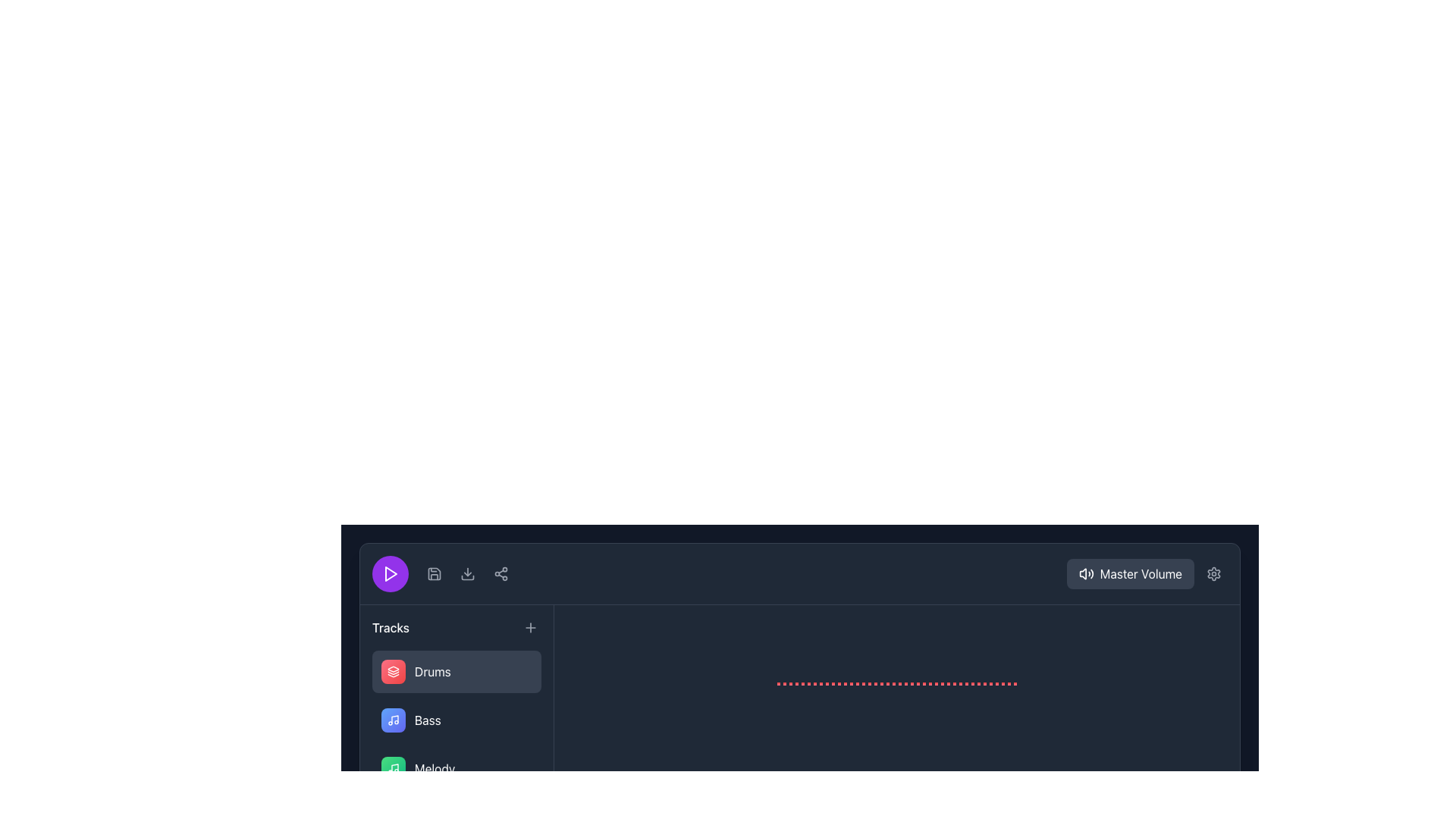 The width and height of the screenshot is (1456, 819). Describe the element at coordinates (896, 684) in the screenshot. I see `the graphical visualization component that serves as a visual depiction of data, centrally located and composed of small bars with varying heights` at that location.